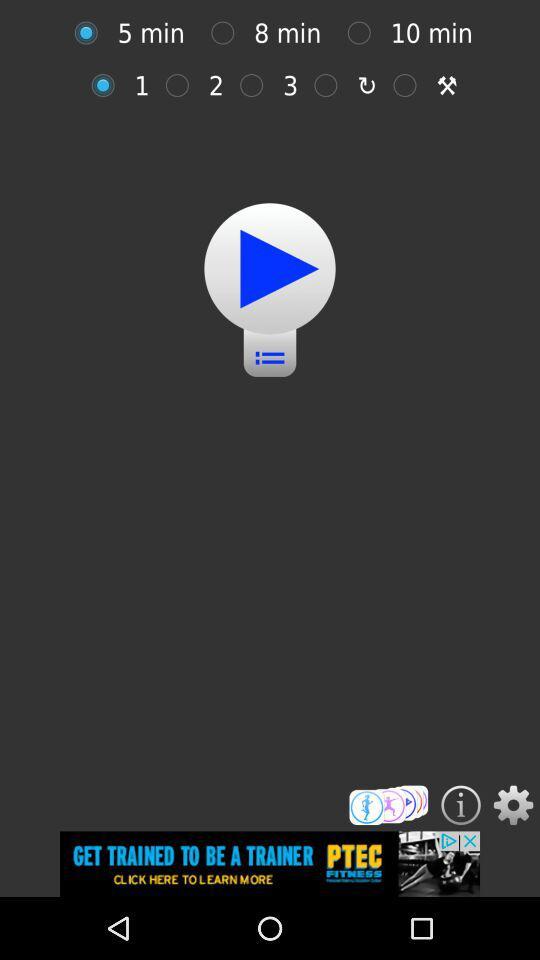 The height and width of the screenshot is (960, 540). Describe the element at coordinates (226, 32) in the screenshot. I see `option button` at that location.